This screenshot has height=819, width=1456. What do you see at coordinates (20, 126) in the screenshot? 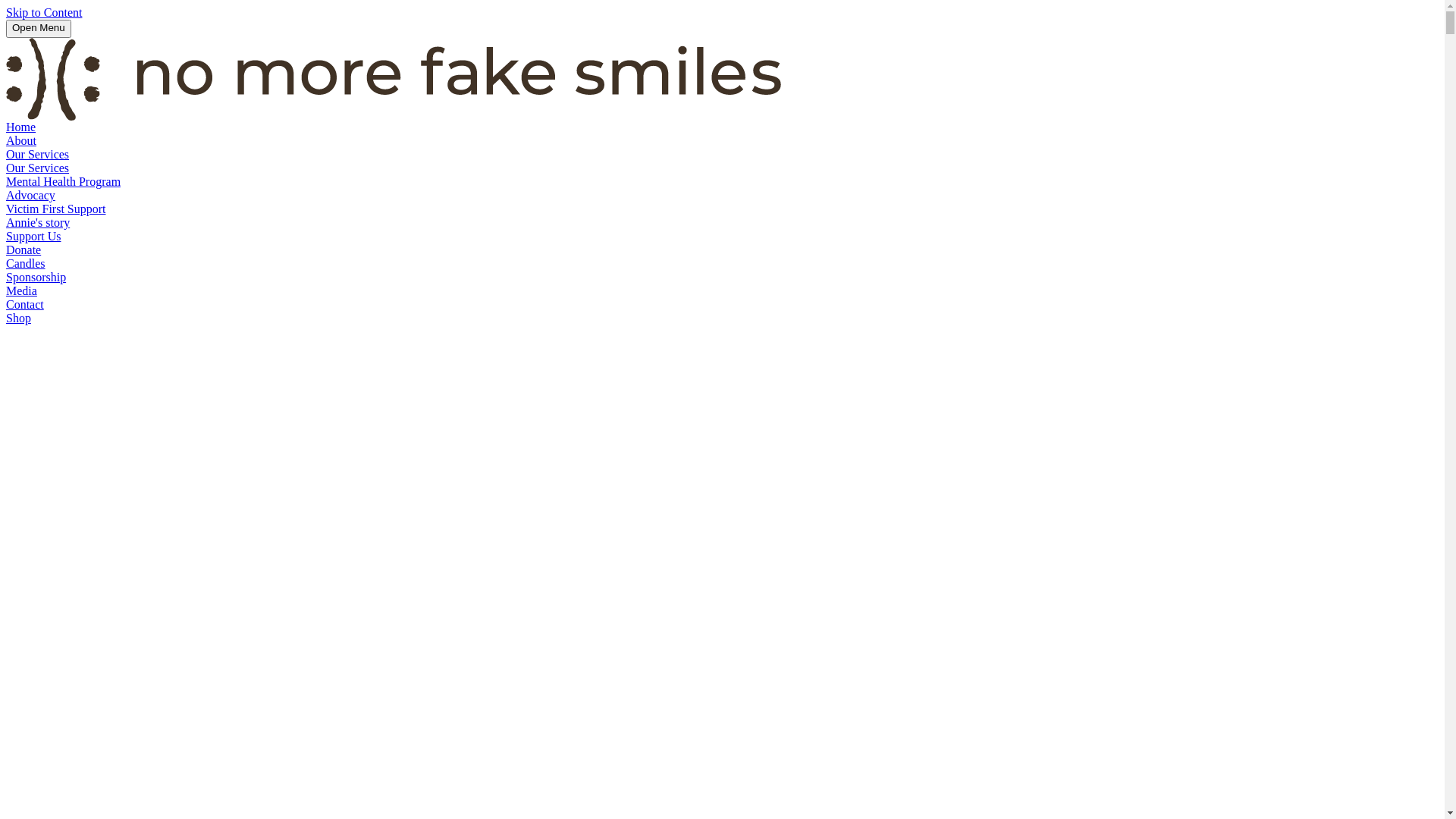
I see `'Home'` at bounding box center [20, 126].